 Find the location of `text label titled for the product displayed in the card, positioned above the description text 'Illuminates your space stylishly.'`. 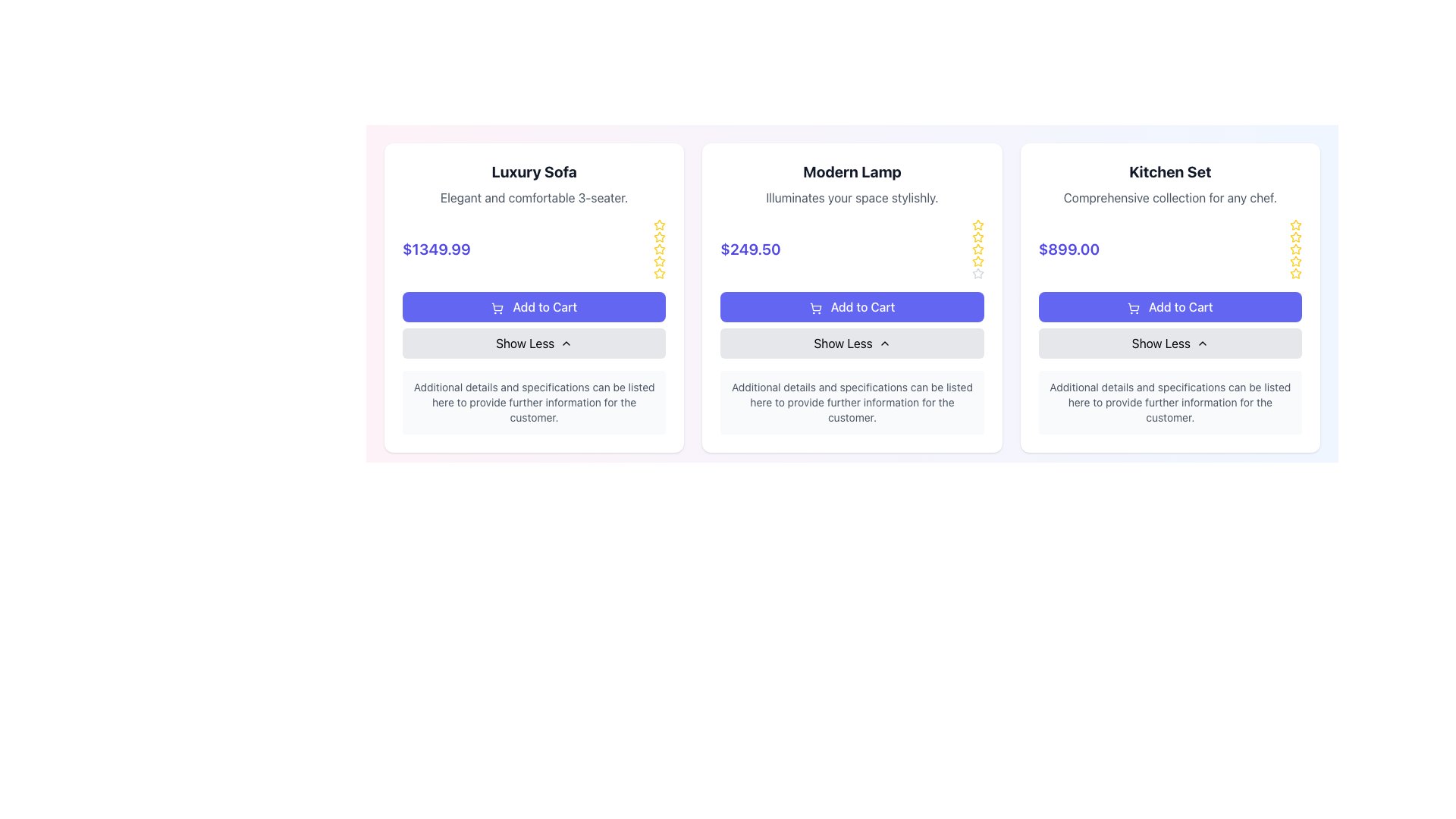

text label titled for the product displayed in the card, positioned above the description text 'Illuminates your space stylishly.' is located at coordinates (852, 171).